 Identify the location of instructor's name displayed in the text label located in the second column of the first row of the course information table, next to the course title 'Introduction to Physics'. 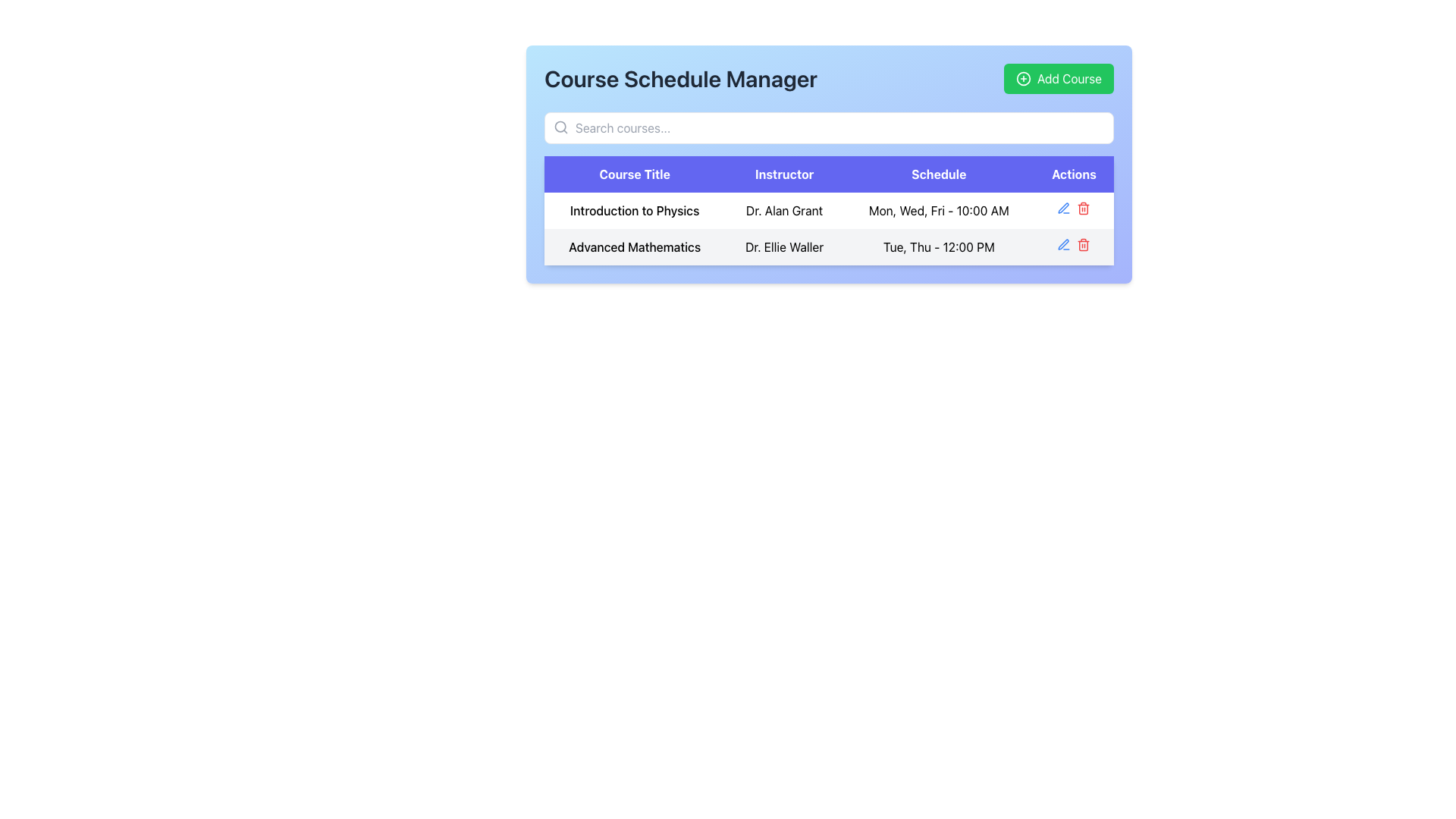
(784, 210).